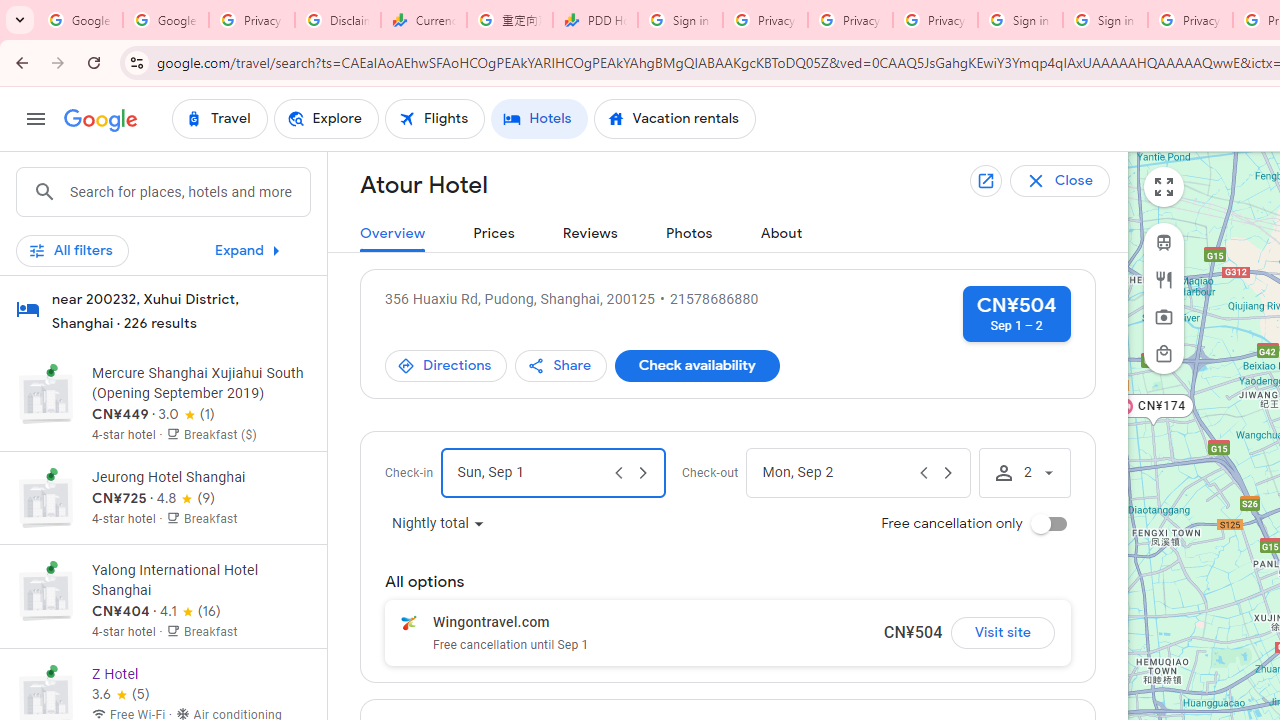 The height and width of the screenshot is (720, 1280). Describe the element at coordinates (539, 119) in the screenshot. I see `'Hotels'` at that location.